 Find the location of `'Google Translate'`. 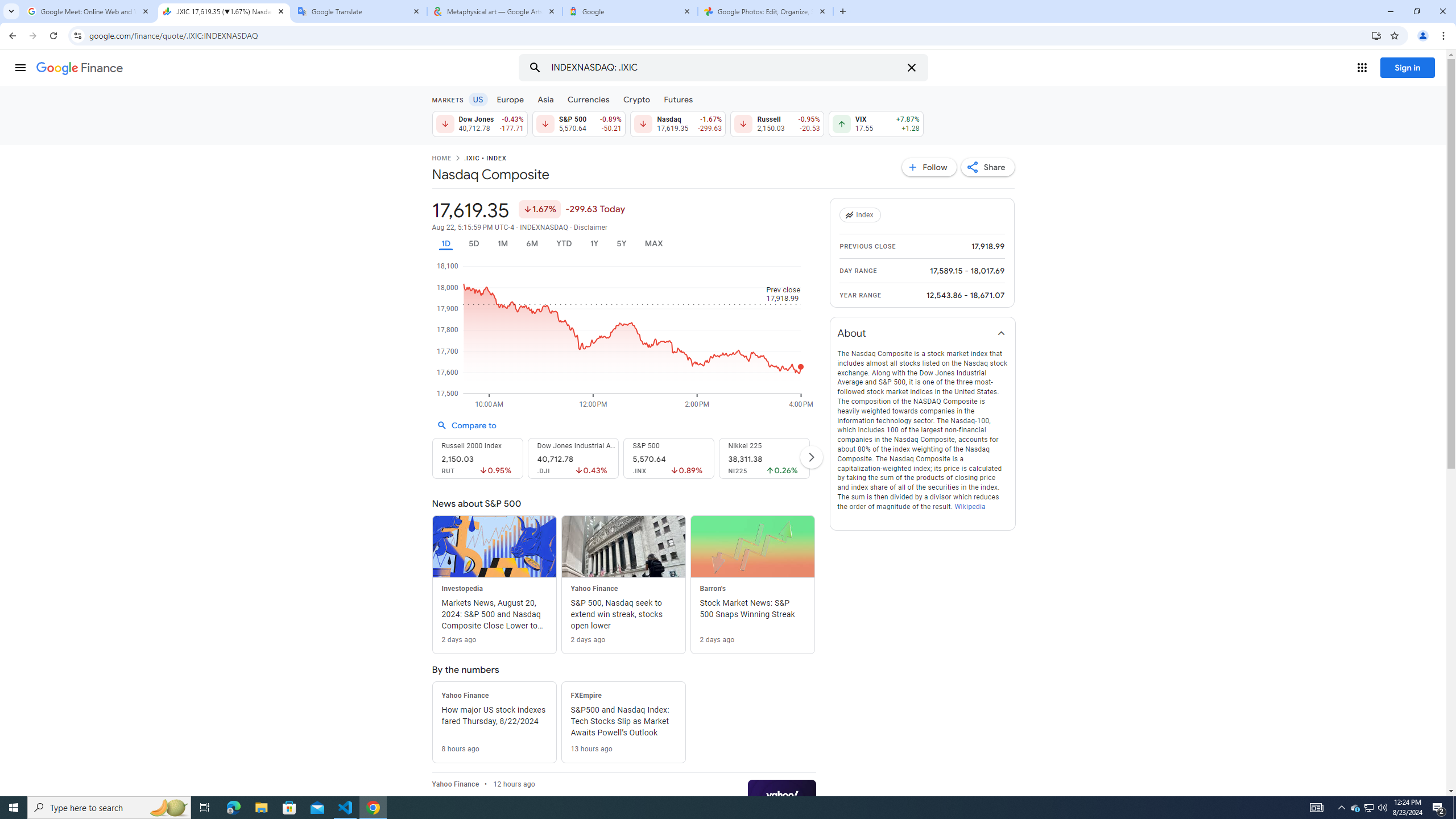

'Google Translate' is located at coordinates (359, 11).